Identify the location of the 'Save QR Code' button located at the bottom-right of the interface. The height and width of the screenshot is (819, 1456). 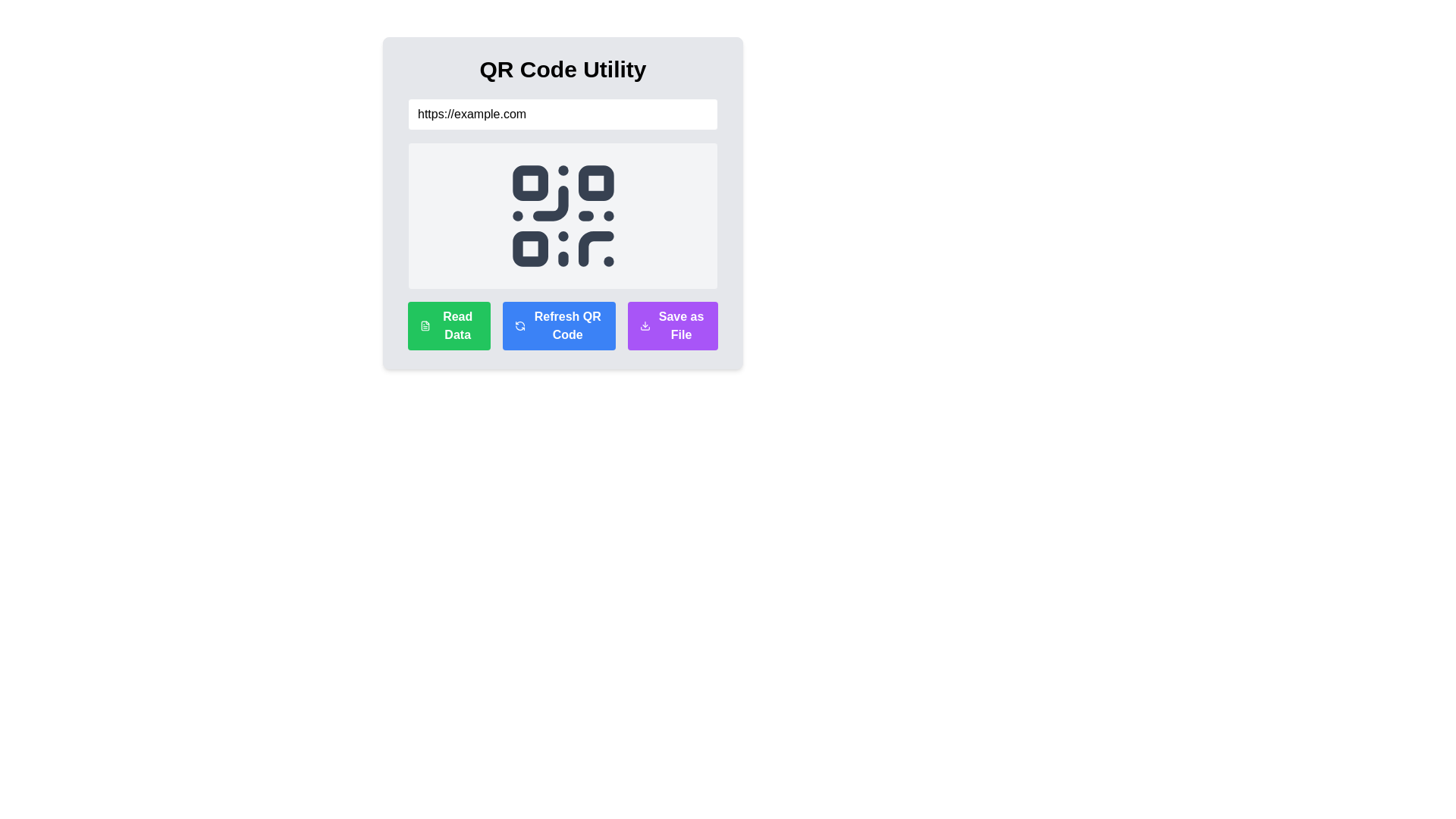
(672, 325).